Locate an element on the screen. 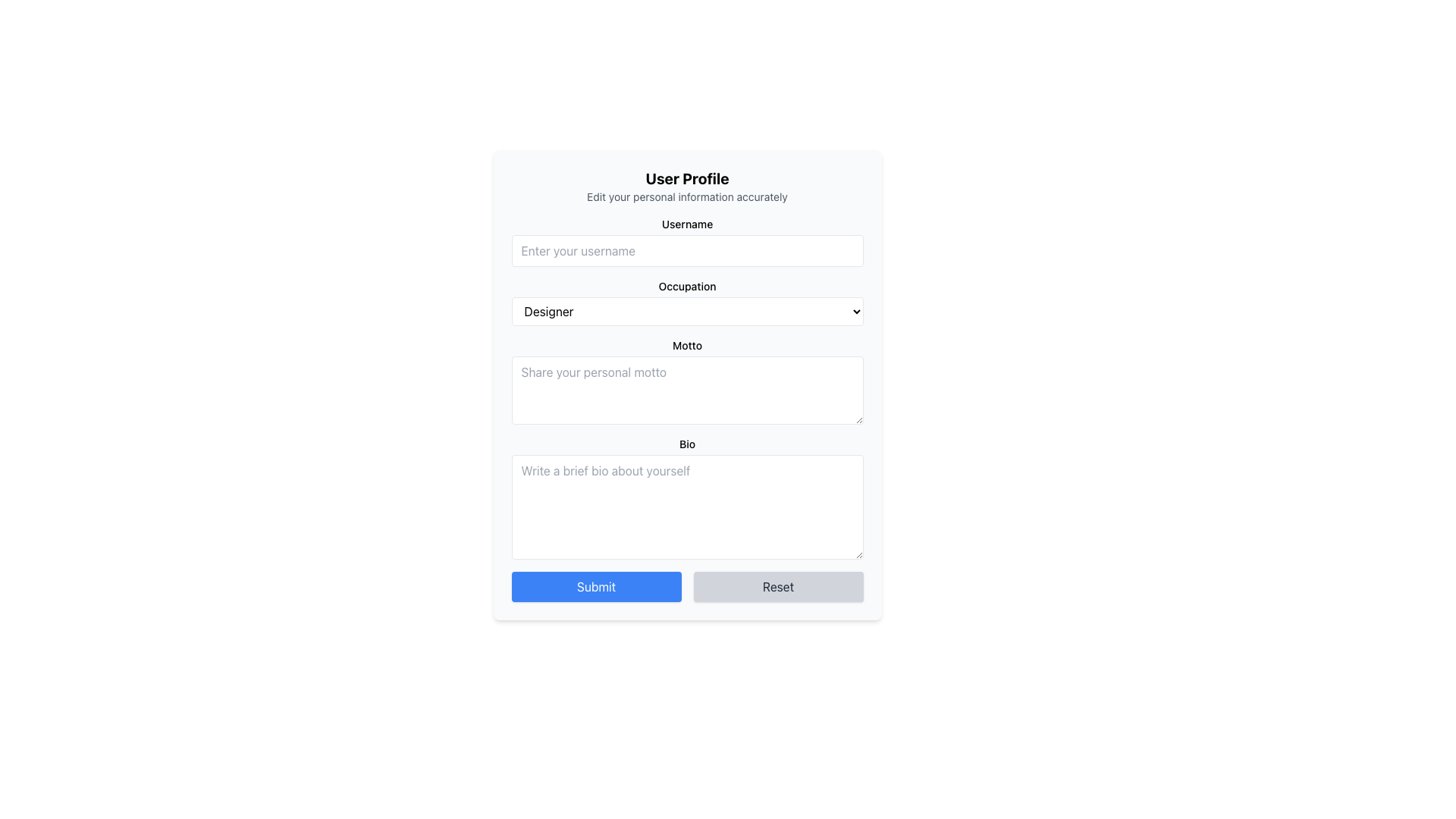 This screenshot has width=1456, height=819. the text label displaying 'Occupation', which is styled with a small font size and bold weight, located above the dropdown menu is located at coordinates (686, 287).